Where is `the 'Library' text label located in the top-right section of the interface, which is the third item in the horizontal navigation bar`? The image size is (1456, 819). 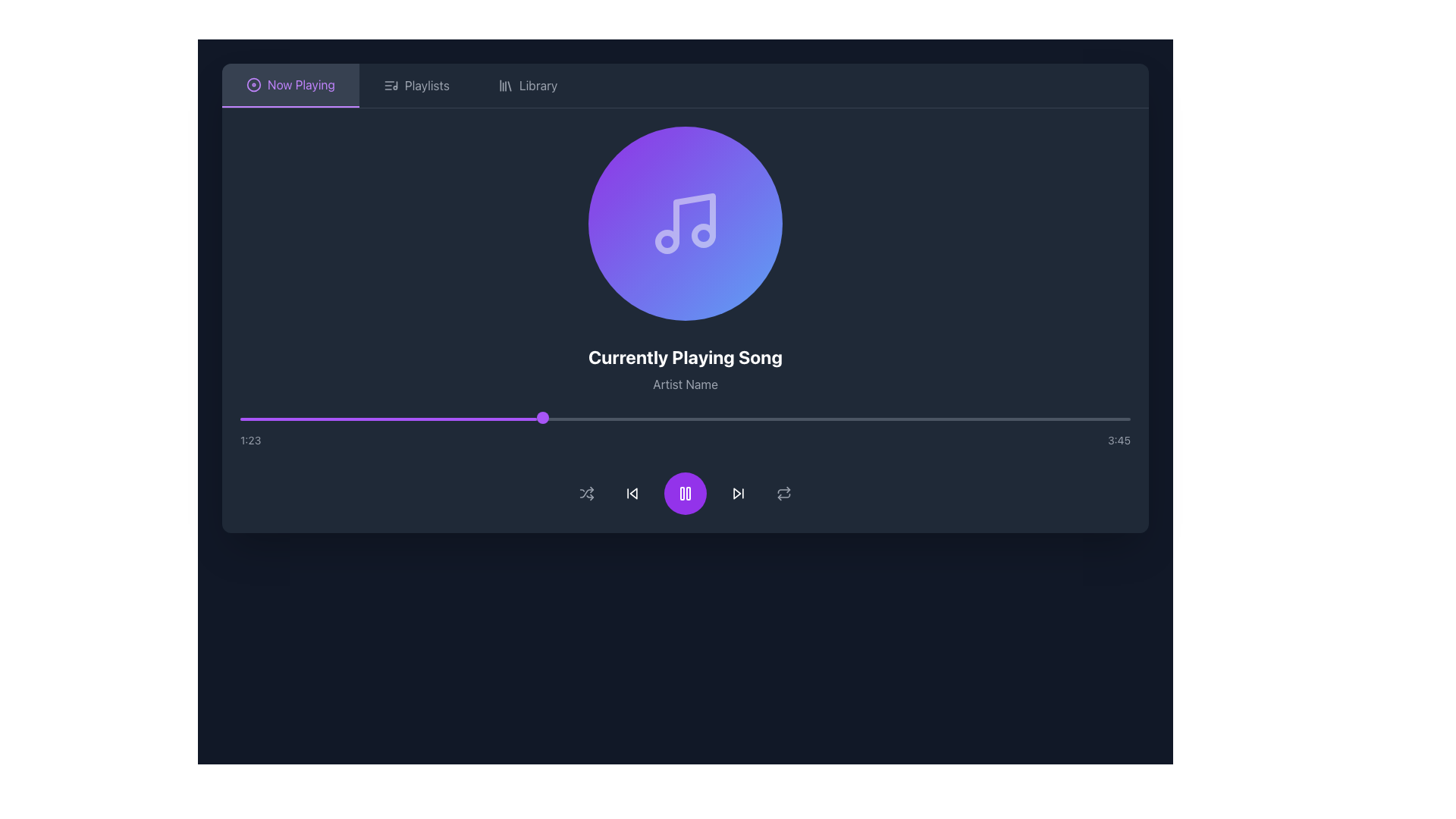
the 'Library' text label located in the top-right section of the interface, which is the third item in the horizontal navigation bar is located at coordinates (538, 85).